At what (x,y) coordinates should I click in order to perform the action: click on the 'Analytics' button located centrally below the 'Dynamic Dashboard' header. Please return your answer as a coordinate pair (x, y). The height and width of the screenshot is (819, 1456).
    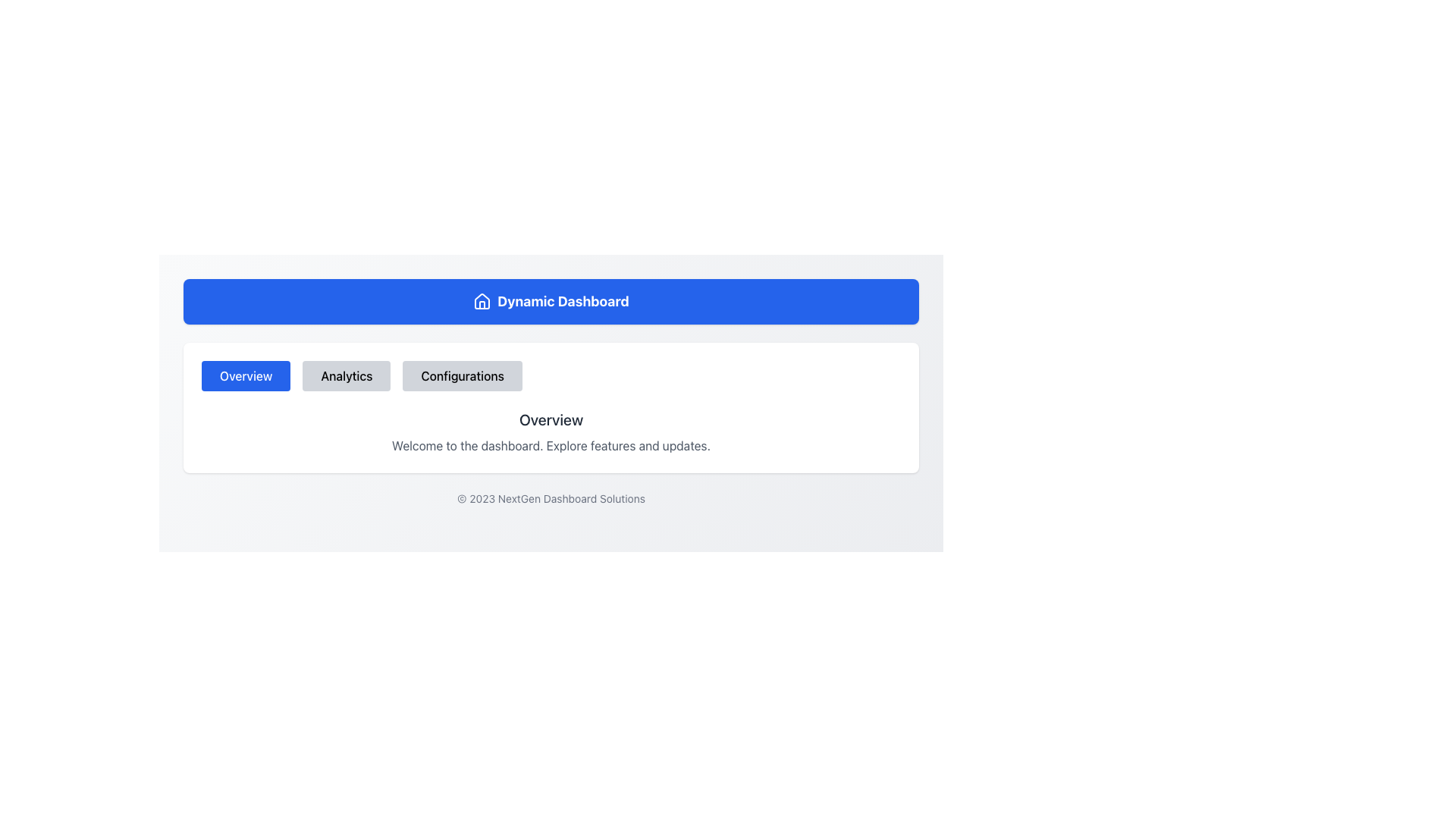
    Looking at the image, I should click on (346, 375).